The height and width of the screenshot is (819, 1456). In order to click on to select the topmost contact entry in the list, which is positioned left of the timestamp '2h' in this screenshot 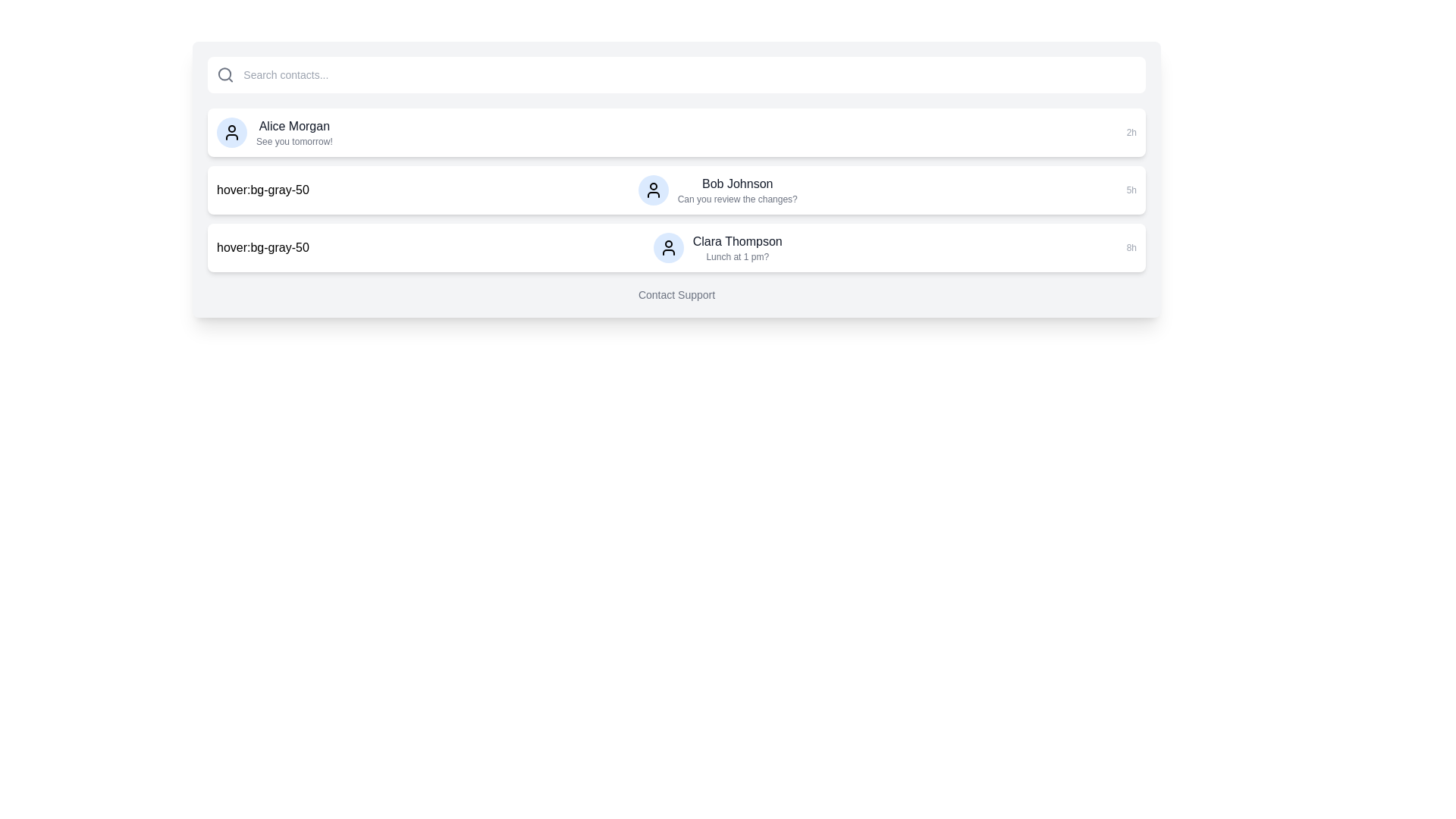, I will do `click(275, 131)`.